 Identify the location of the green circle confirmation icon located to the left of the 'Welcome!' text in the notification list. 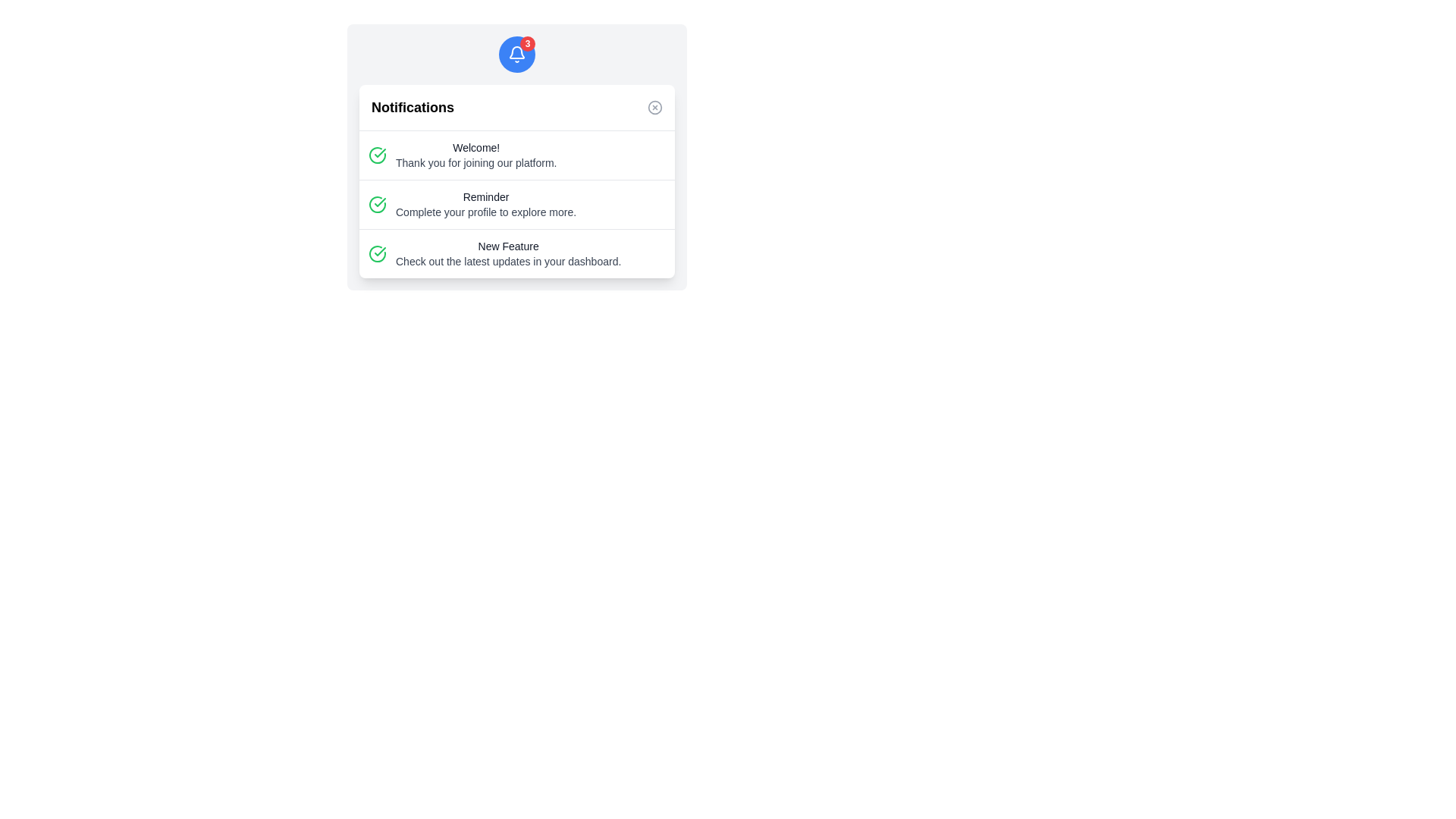
(378, 155).